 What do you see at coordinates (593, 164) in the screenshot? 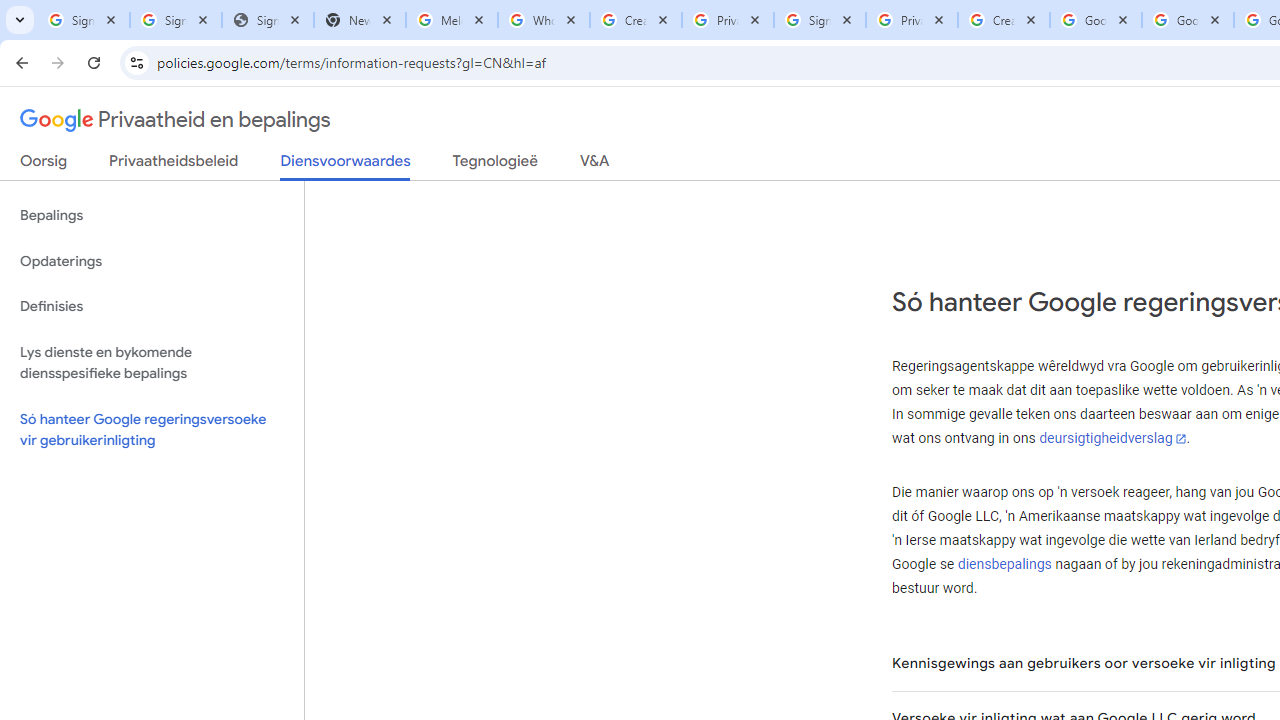
I see `'V&A'` at bounding box center [593, 164].